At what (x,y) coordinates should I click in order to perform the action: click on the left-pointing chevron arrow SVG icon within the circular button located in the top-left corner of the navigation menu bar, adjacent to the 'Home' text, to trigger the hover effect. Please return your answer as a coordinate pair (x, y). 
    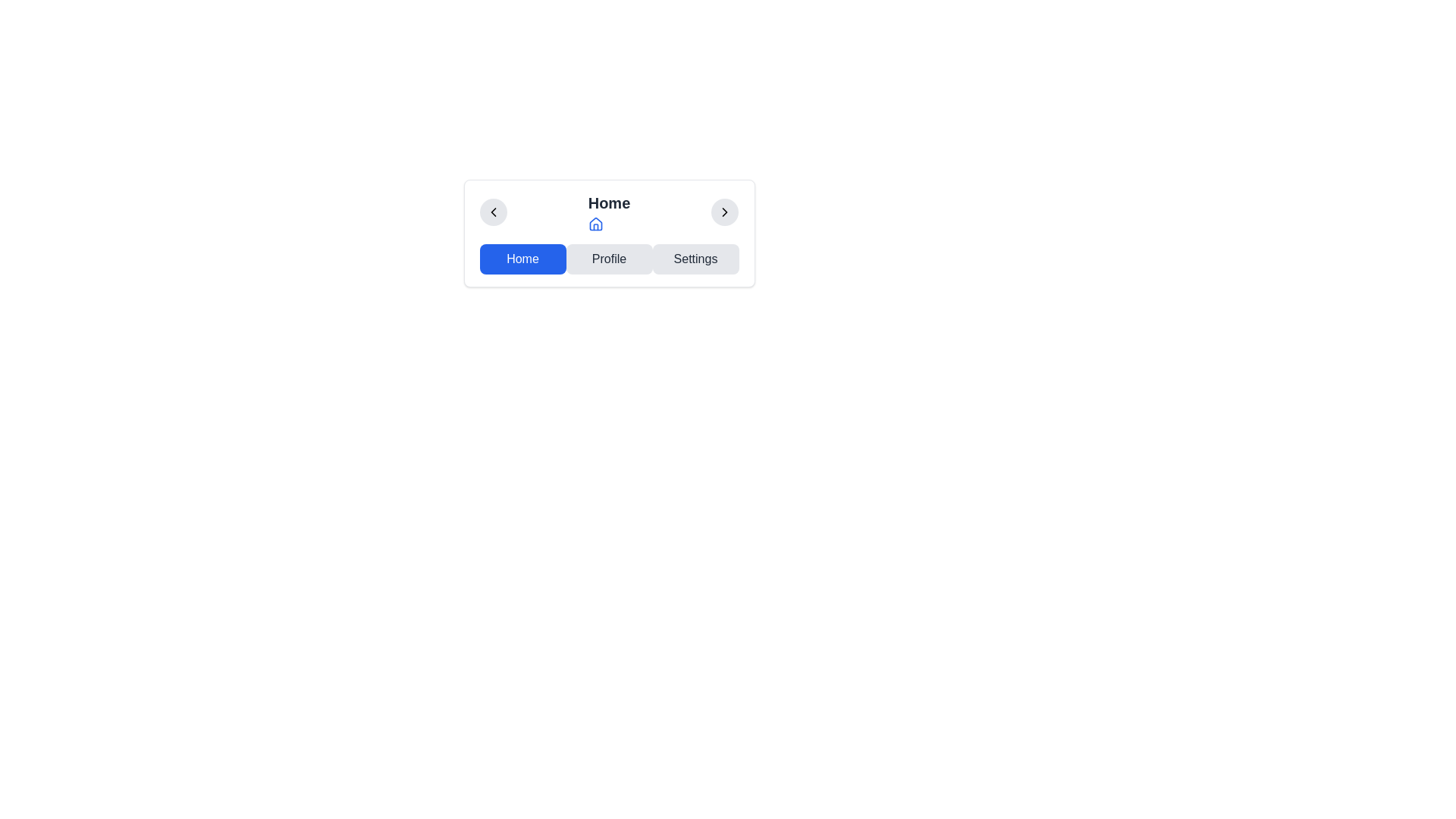
    Looking at the image, I should click on (493, 212).